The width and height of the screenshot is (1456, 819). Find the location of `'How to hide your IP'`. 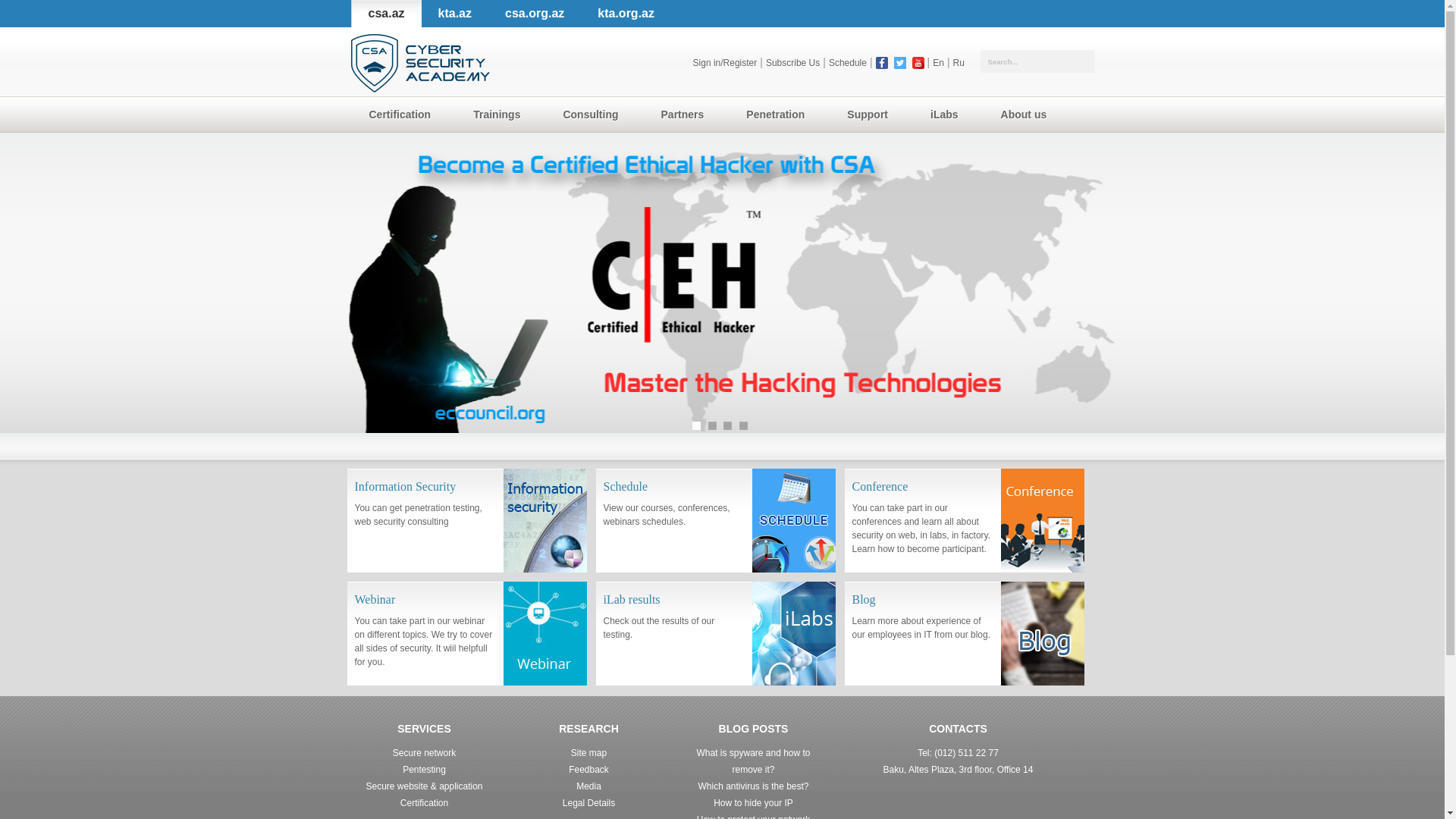

'How to hide your IP' is located at coordinates (712, 802).